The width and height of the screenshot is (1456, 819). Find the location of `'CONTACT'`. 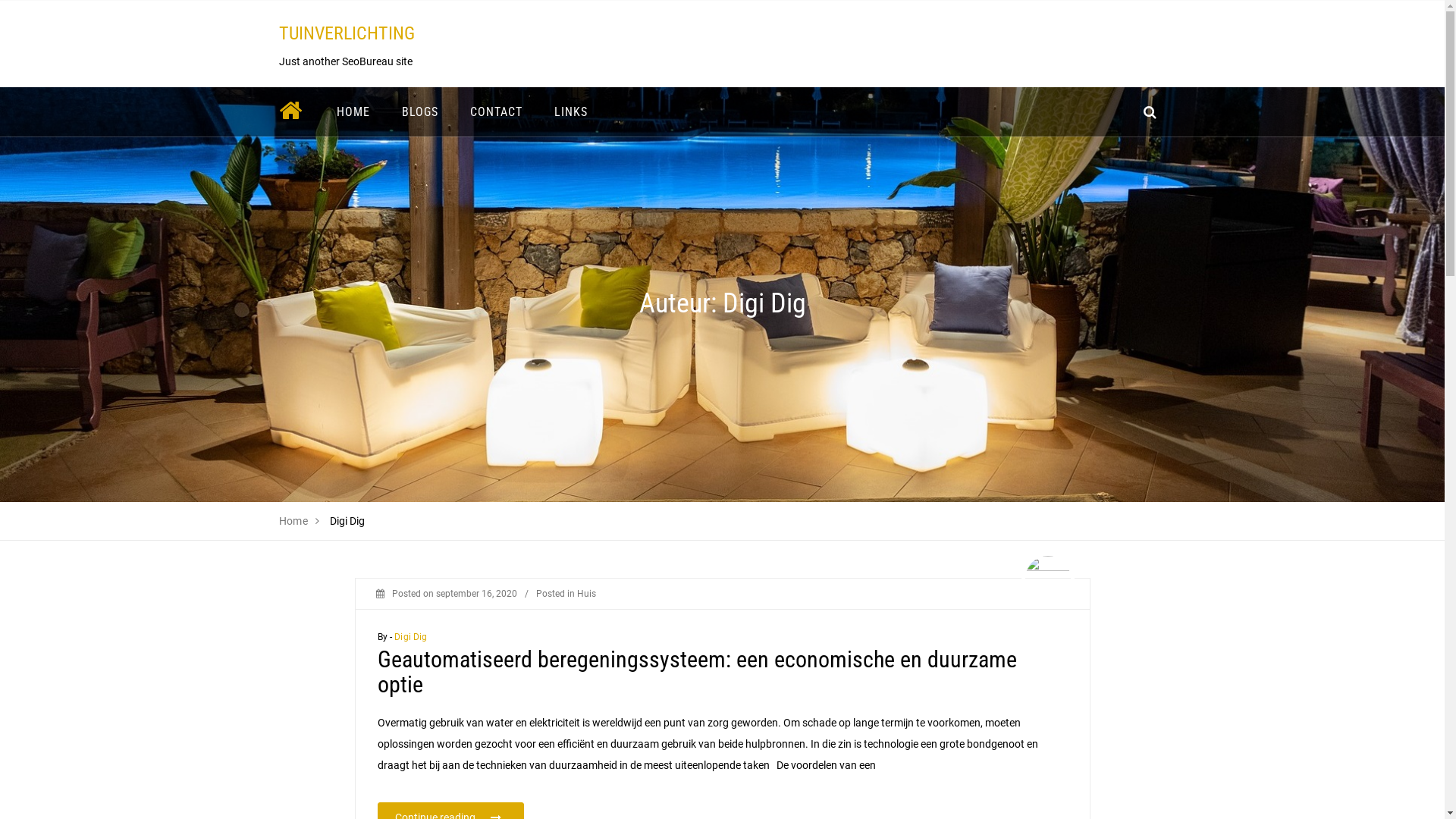

'CONTACT' is located at coordinates (495, 111).